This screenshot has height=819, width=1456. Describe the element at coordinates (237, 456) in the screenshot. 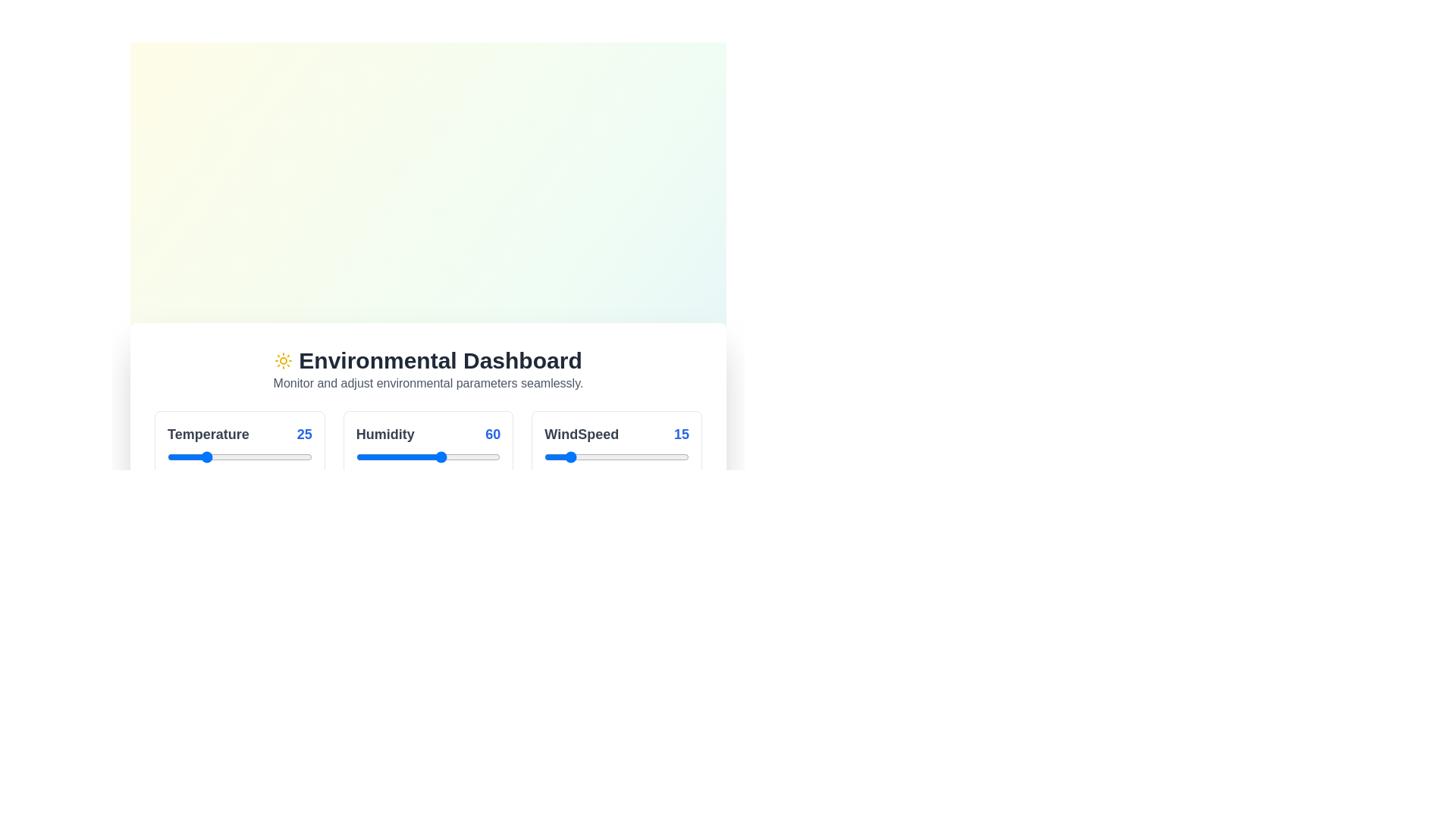

I see `the temperature` at that location.